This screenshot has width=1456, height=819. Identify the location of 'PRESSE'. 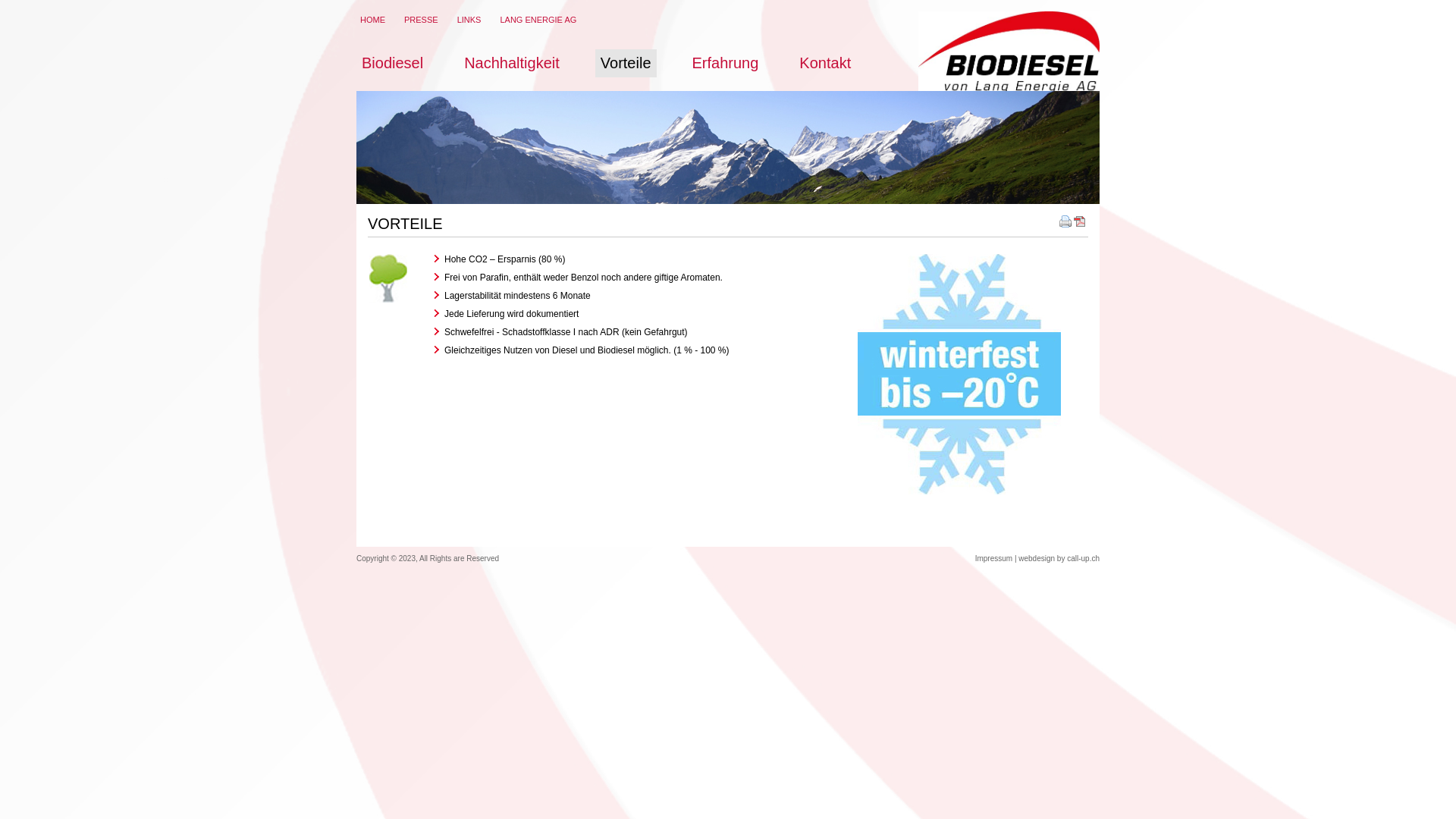
(421, 20).